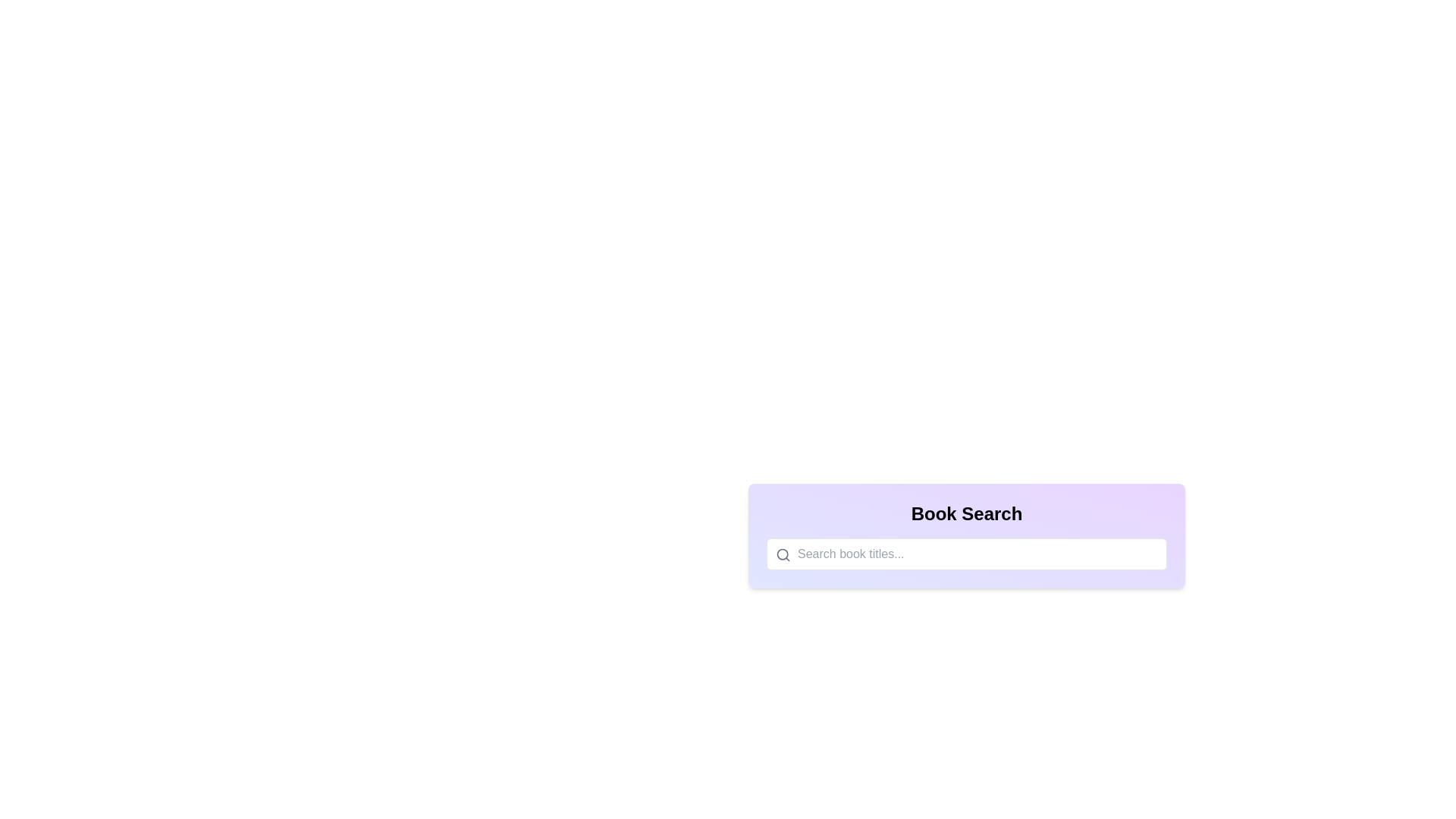 The height and width of the screenshot is (819, 1456). I want to click on the decorative SVG circle graphic of the magnifying glass icon, which symbolizes the search functionality, located to the left of the placeholder text 'Search book titles...', so click(783, 554).